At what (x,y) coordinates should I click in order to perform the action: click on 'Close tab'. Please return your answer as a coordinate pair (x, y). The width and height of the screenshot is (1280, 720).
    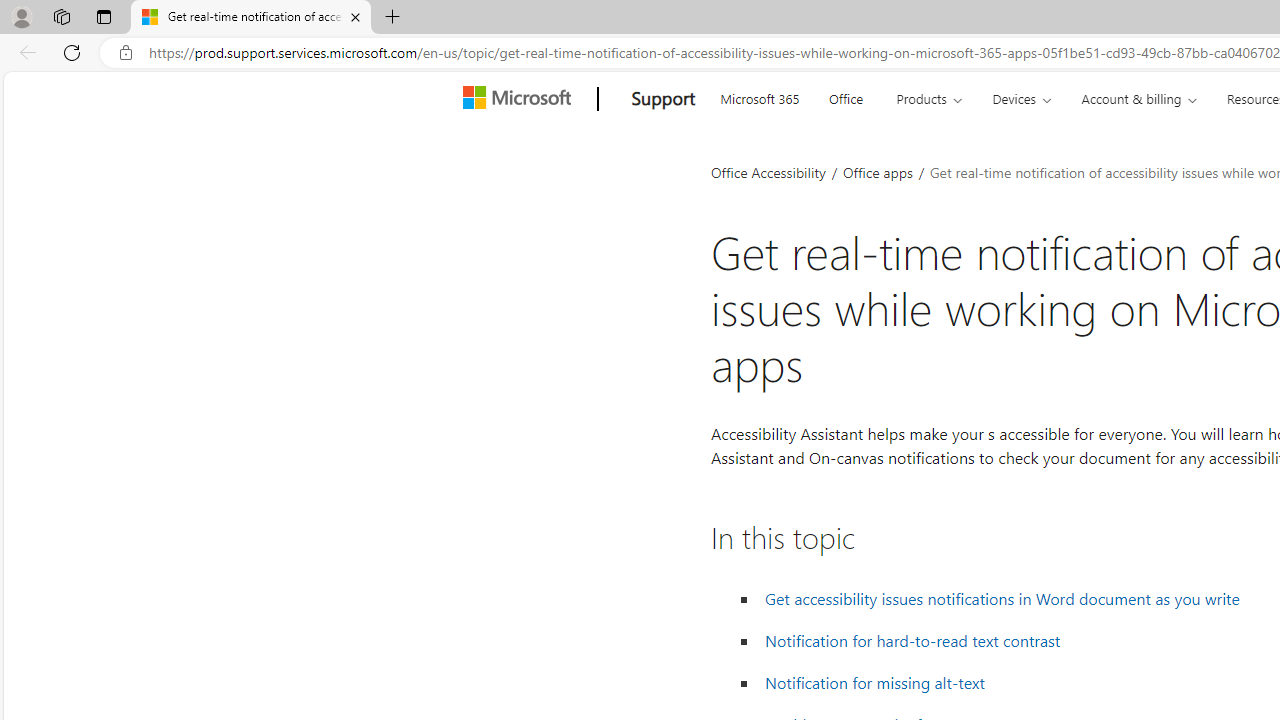
    Looking at the image, I should click on (355, 17).